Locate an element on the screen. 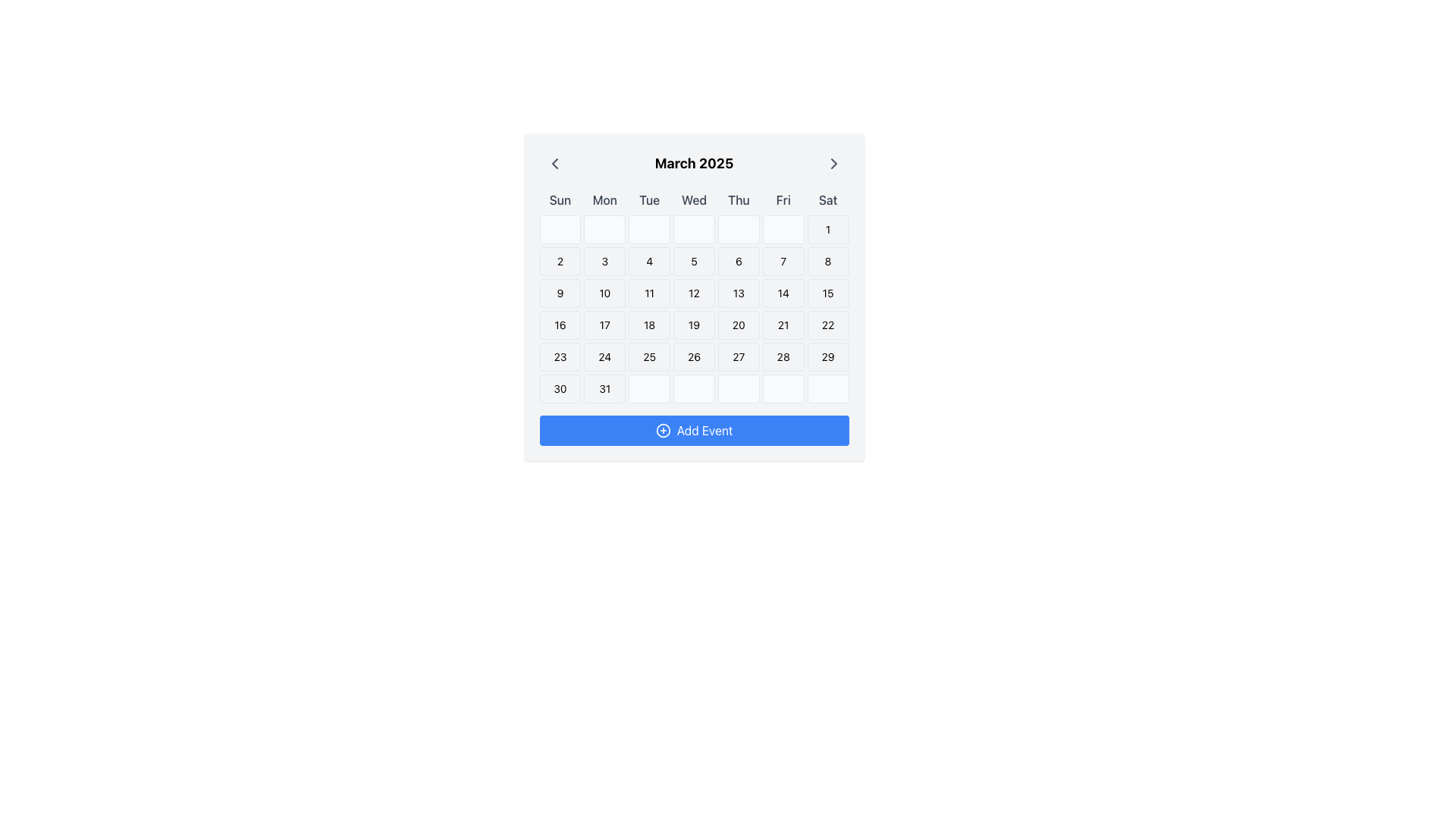  the calendar grid cell containing the number '19' is located at coordinates (693, 324).